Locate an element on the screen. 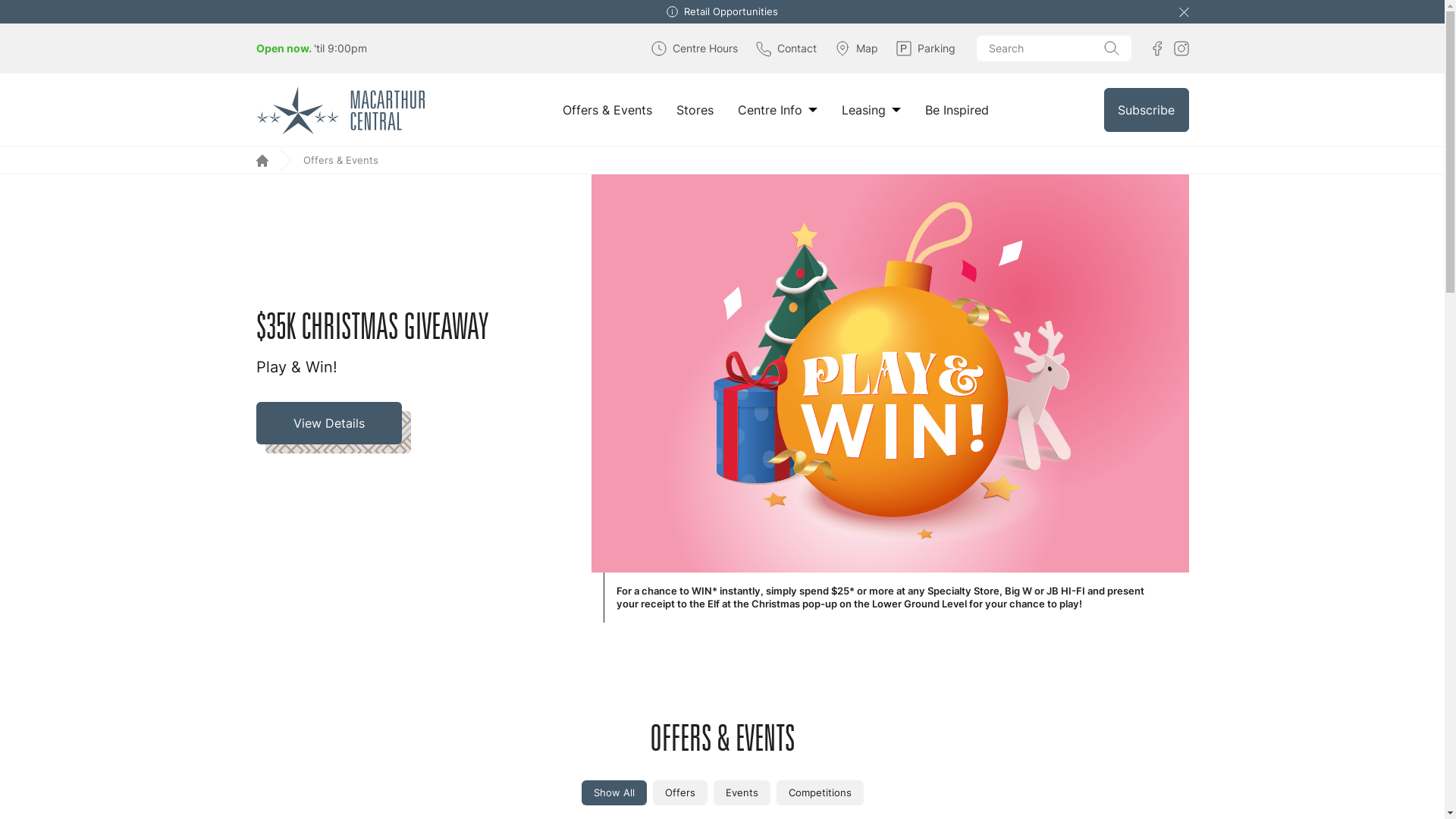  'Offers' is located at coordinates (679, 792).